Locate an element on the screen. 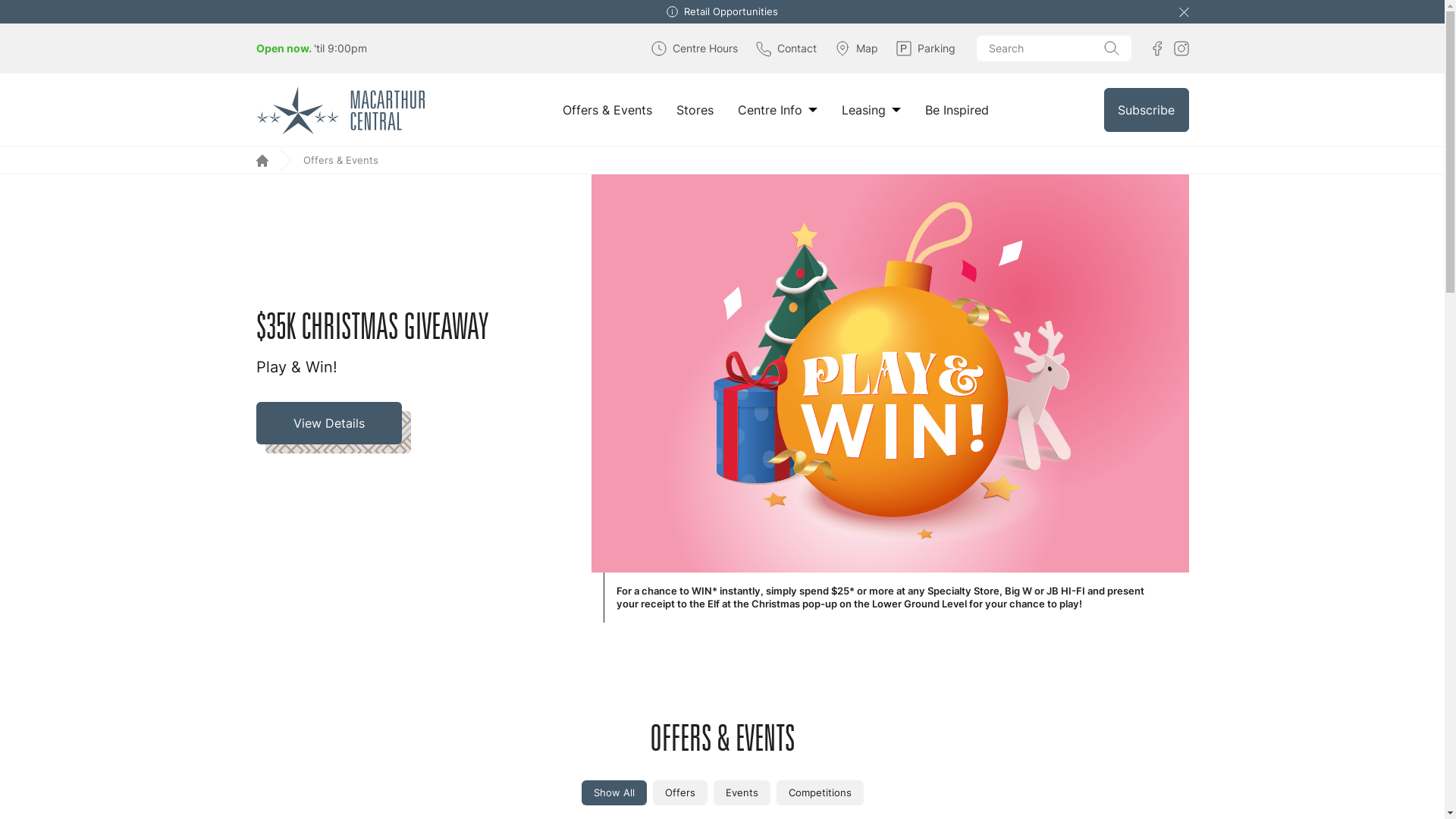  'Offers' is located at coordinates (679, 792).